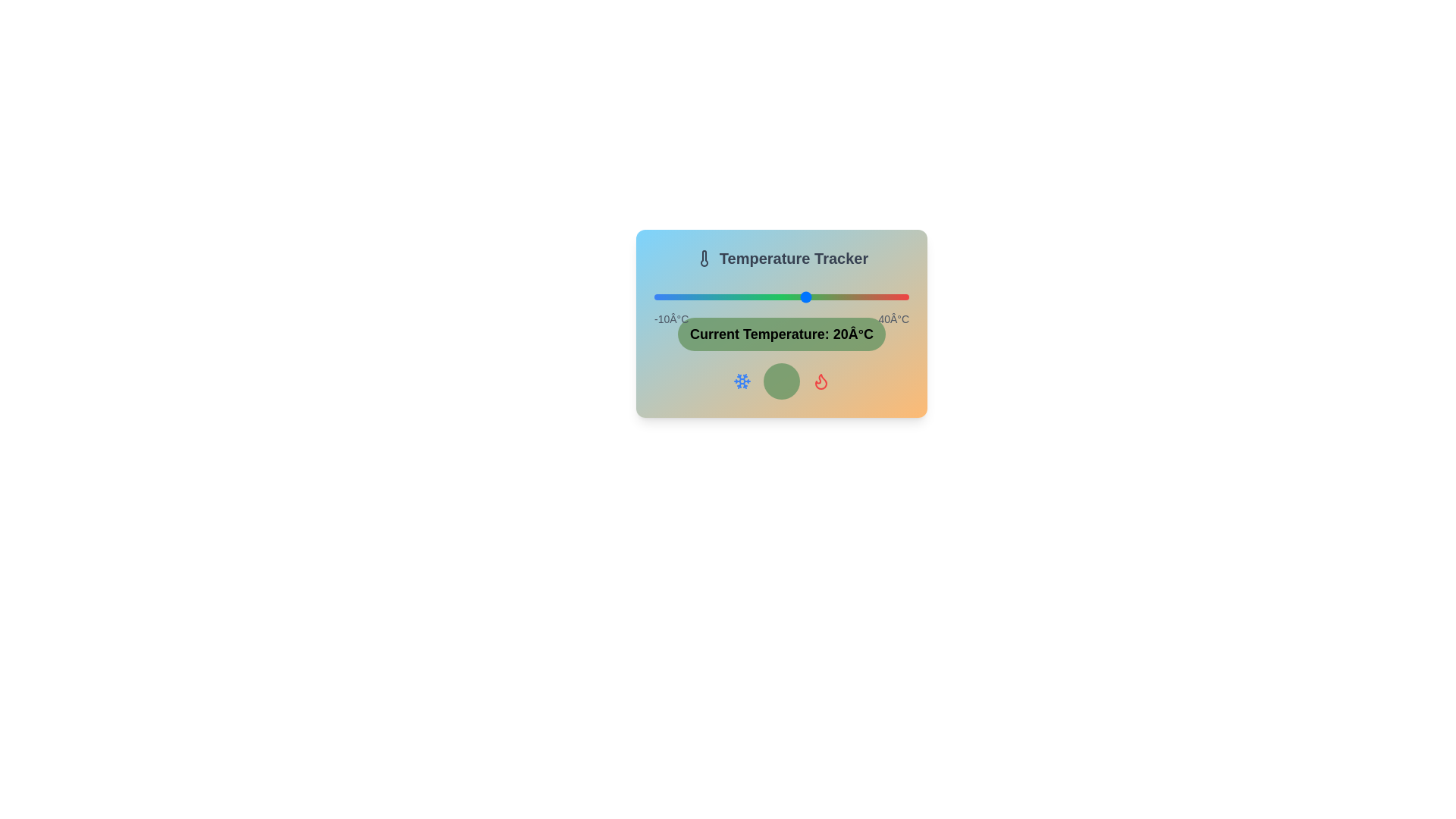 Image resolution: width=1456 pixels, height=819 pixels. I want to click on the temperature slider to 37°C, so click(893, 297).